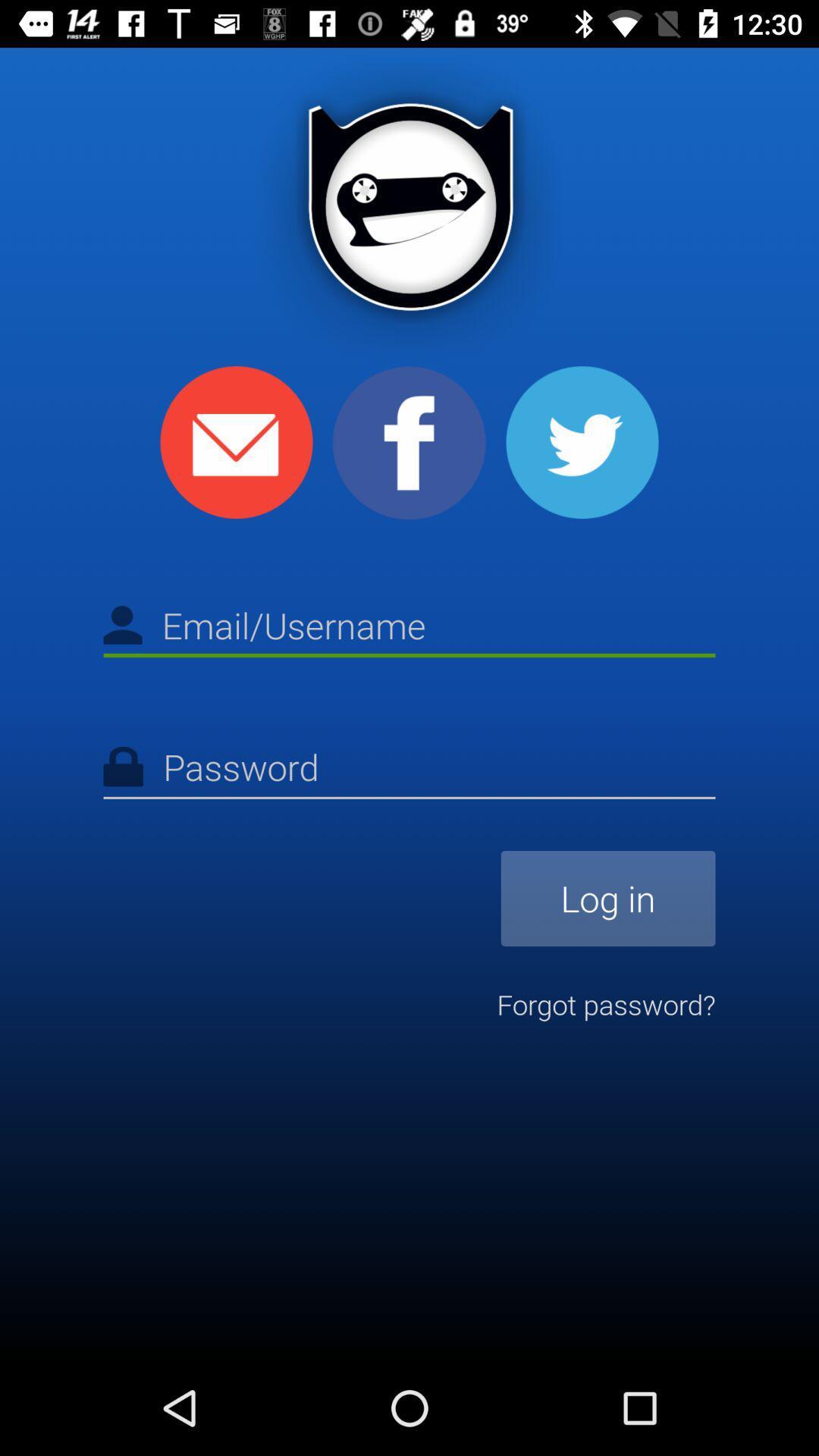  I want to click on forgot password? at the bottom right corner, so click(605, 1004).